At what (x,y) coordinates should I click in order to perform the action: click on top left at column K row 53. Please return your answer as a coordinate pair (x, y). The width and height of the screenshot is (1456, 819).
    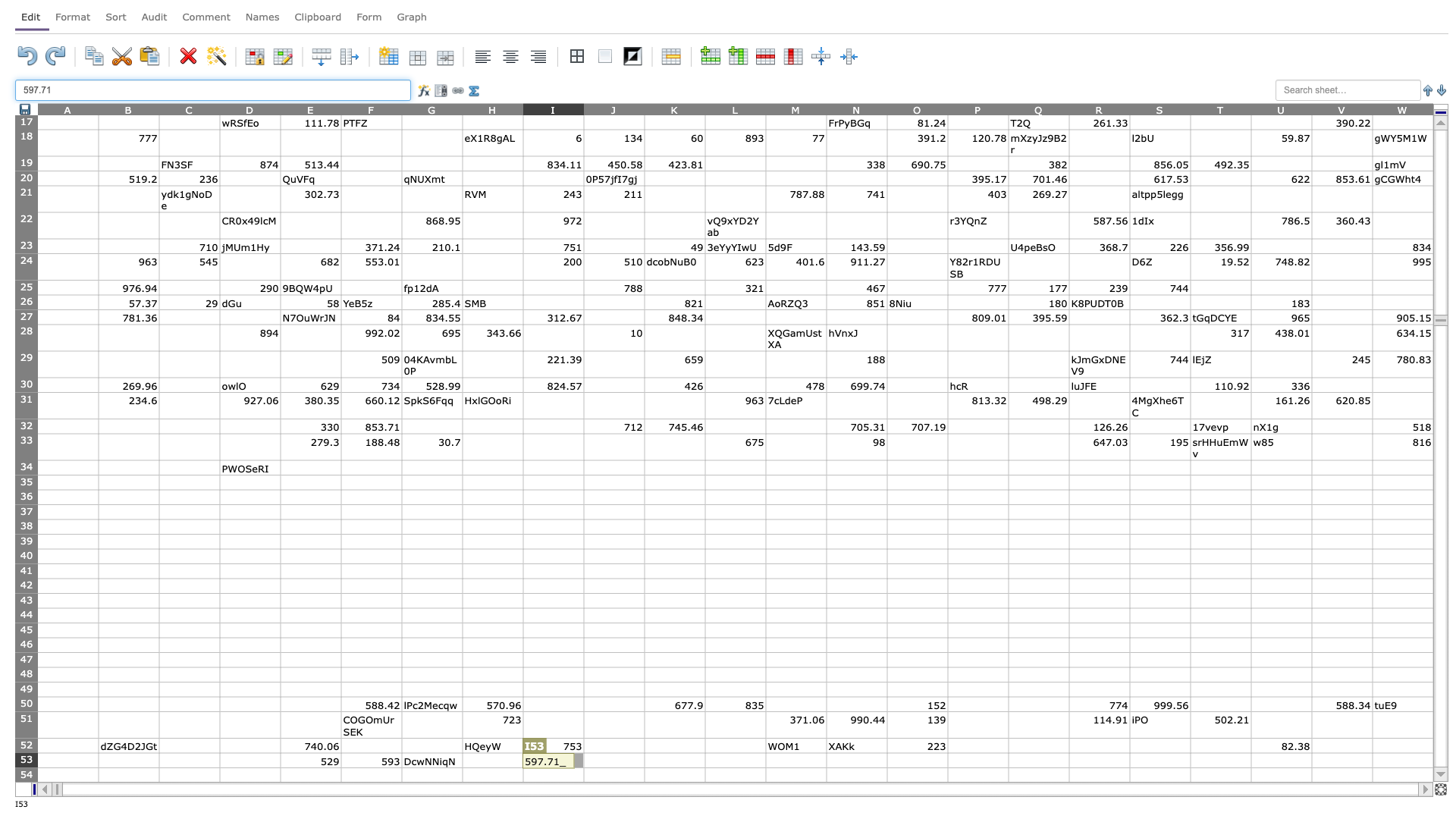
    Looking at the image, I should click on (644, 752).